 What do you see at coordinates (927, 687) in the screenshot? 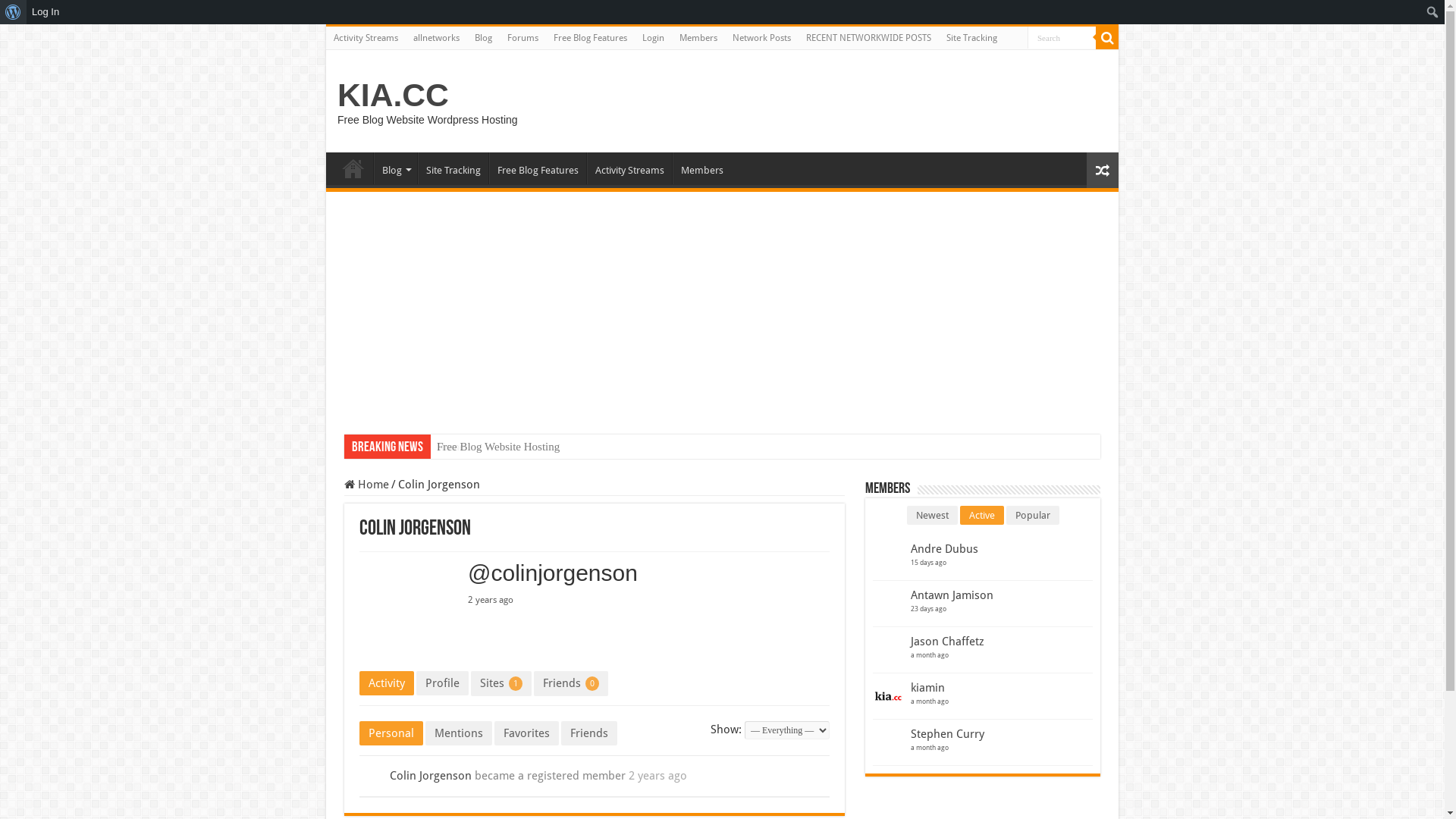
I see `'kiamin'` at bounding box center [927, 687].